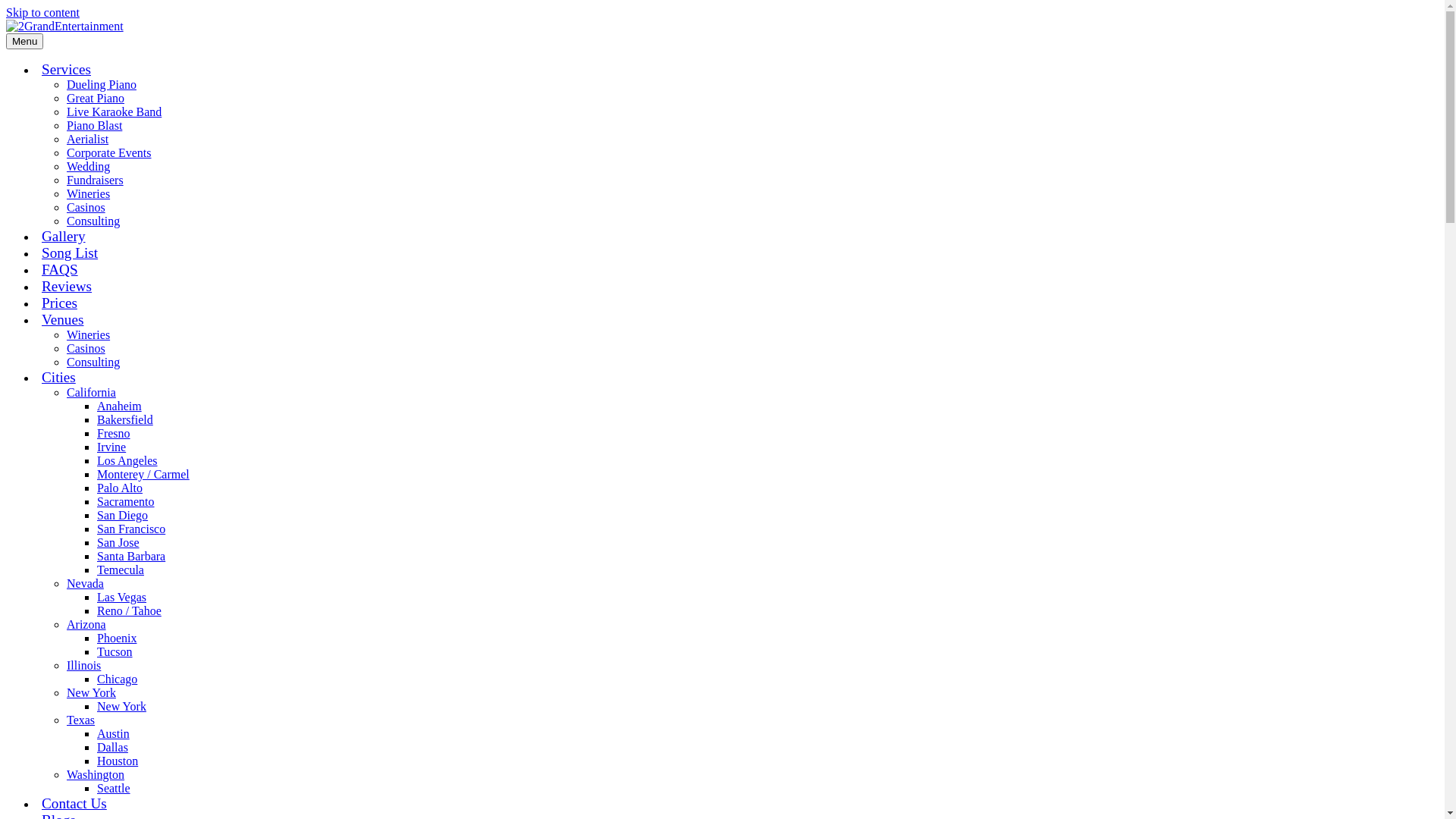 Image resolution: width=1456 pixels, height=819 pixels. What do you see at coordinates (80, 719) in the screenshot?
I see `'Texas'` at bounding box center [80, 719].